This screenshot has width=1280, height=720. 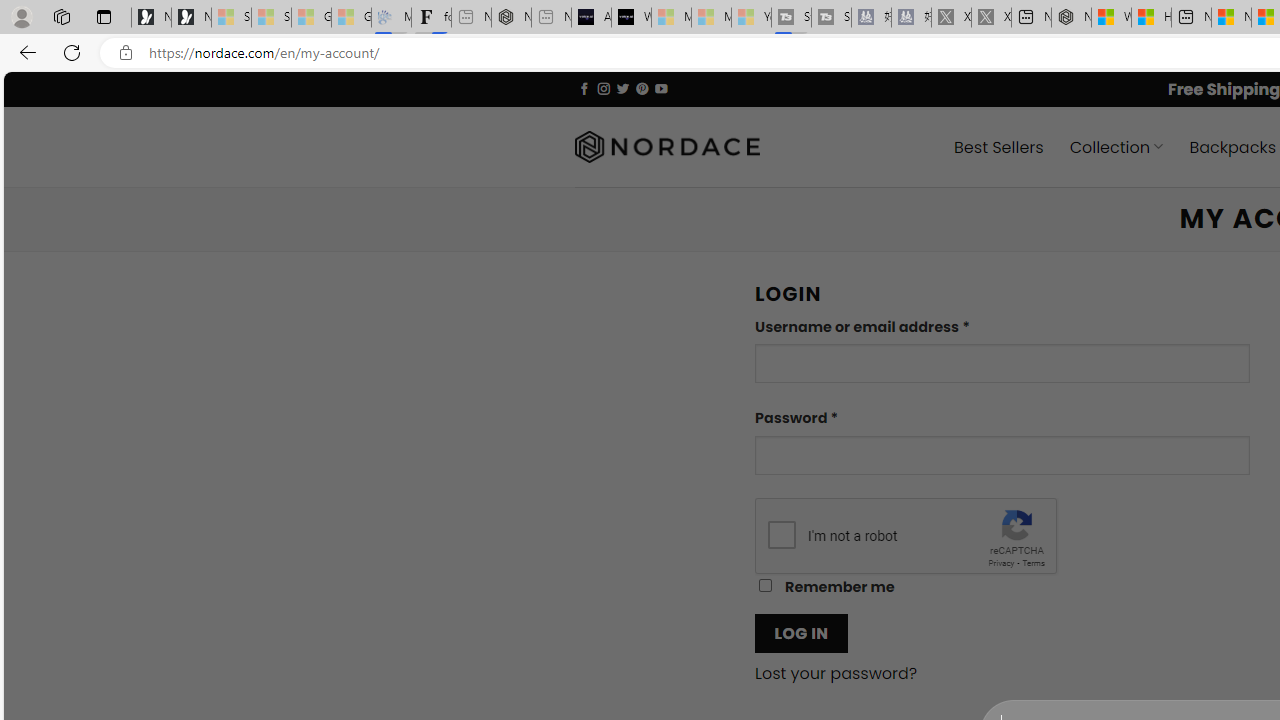 What do you see at coordinates (1151, 17) in the screenshot?
I see `'Huge shark washes ashore at New York City beach | Watch'` at bounding box center [1151, 17].